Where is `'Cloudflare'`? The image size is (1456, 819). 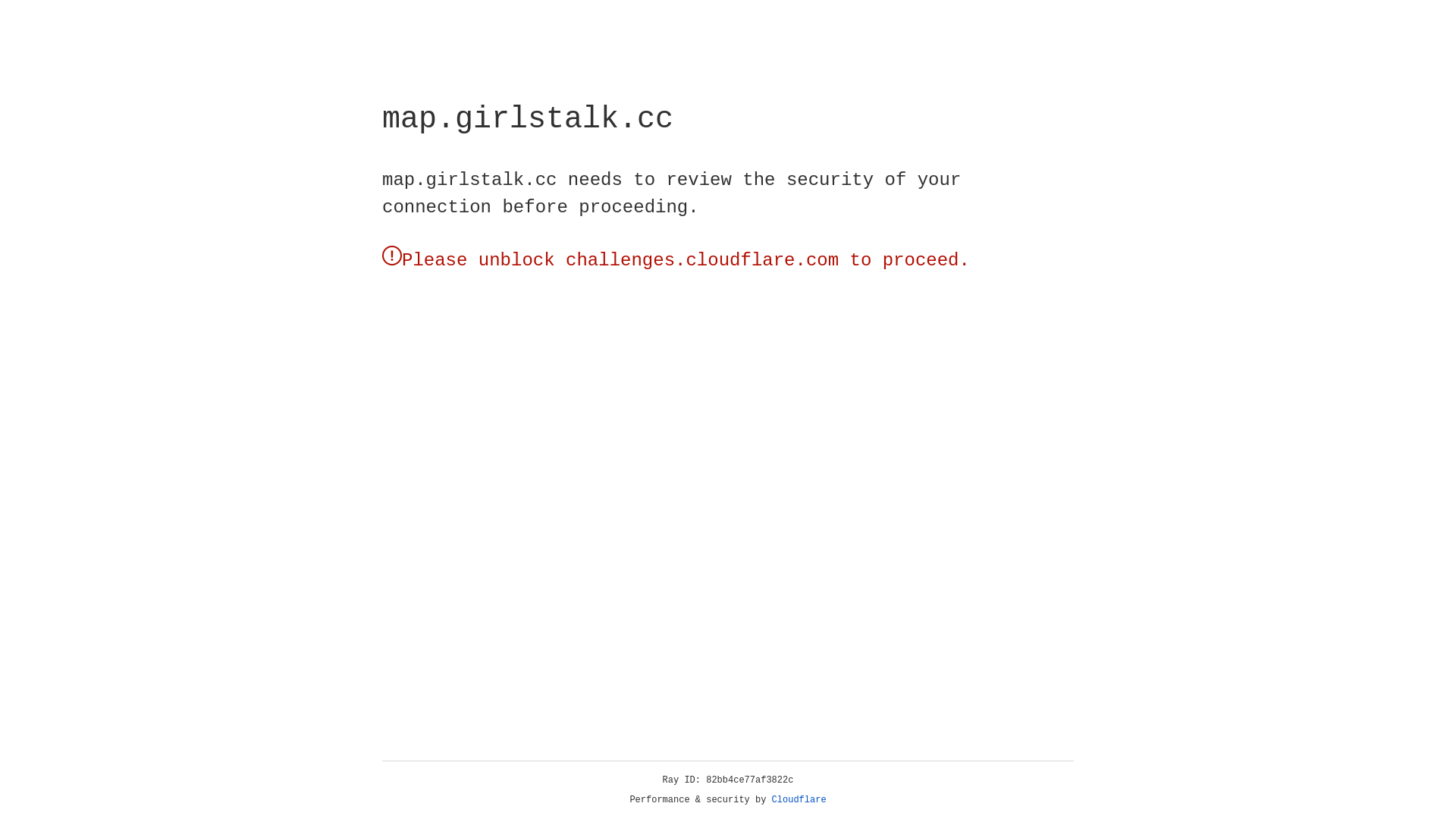
'Cloudflare' is located at coordinates (799, 799).